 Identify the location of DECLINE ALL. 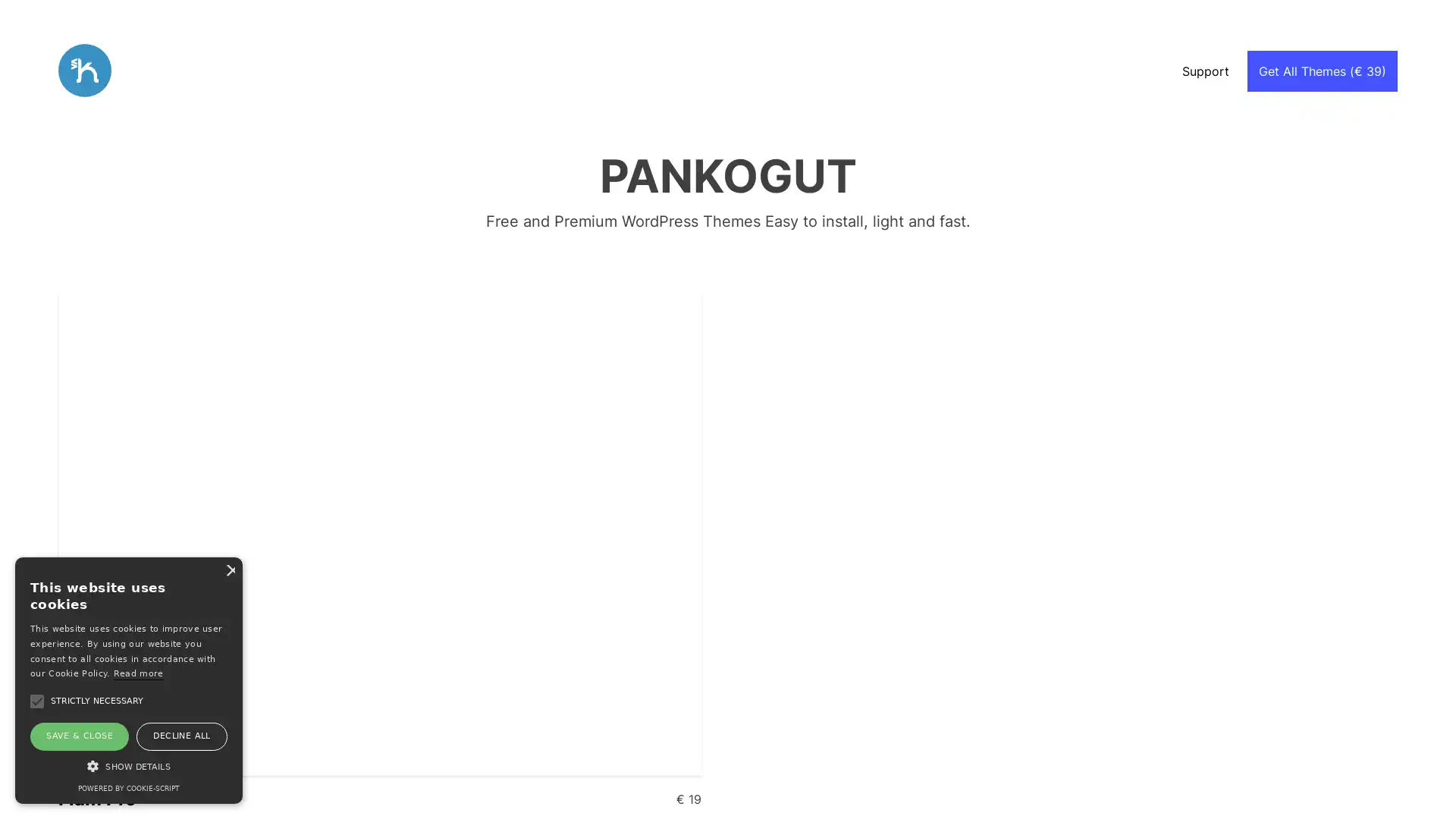
(182, 736).